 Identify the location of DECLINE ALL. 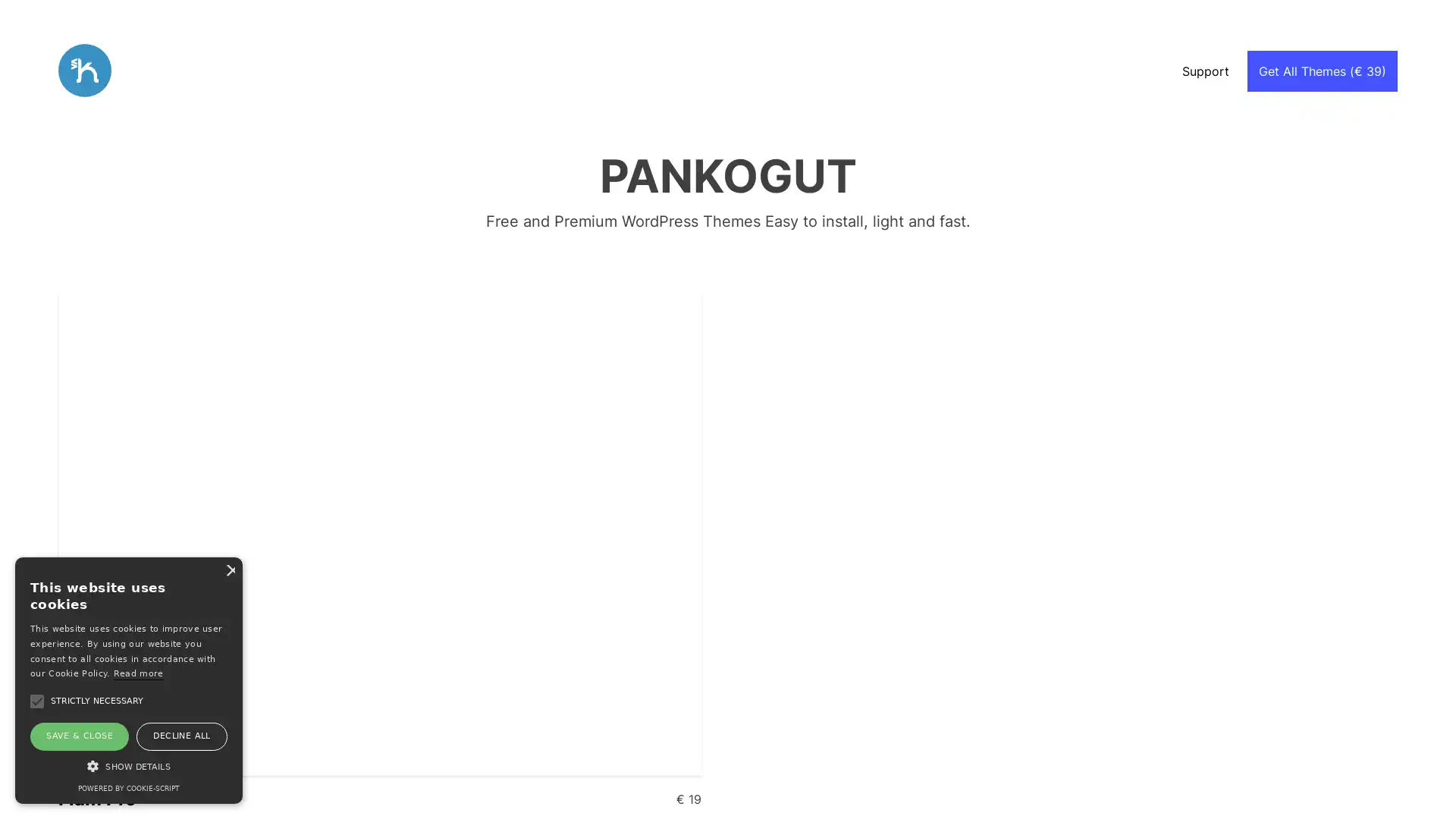
(182, 736).